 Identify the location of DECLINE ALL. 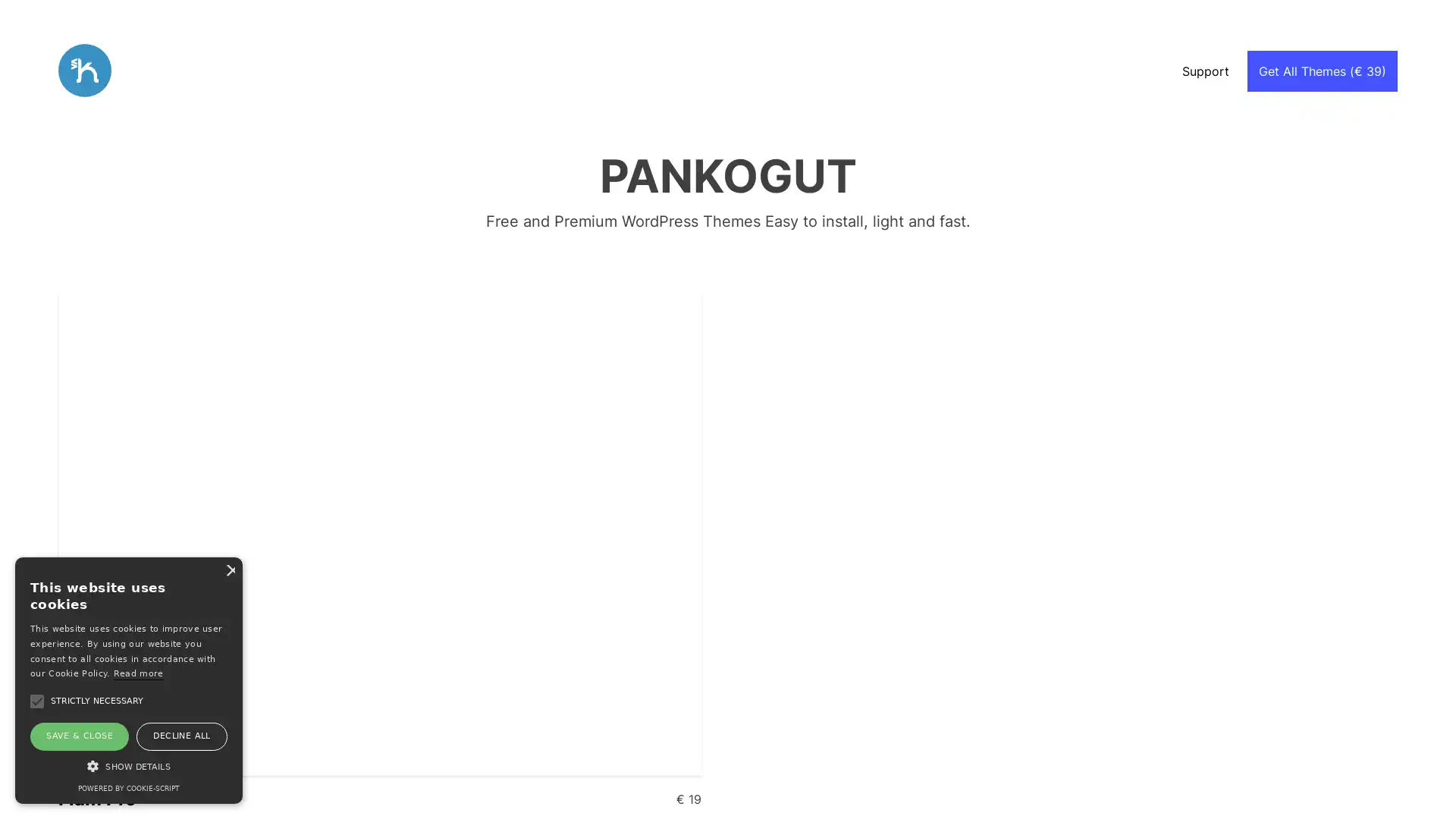
(182, 736).